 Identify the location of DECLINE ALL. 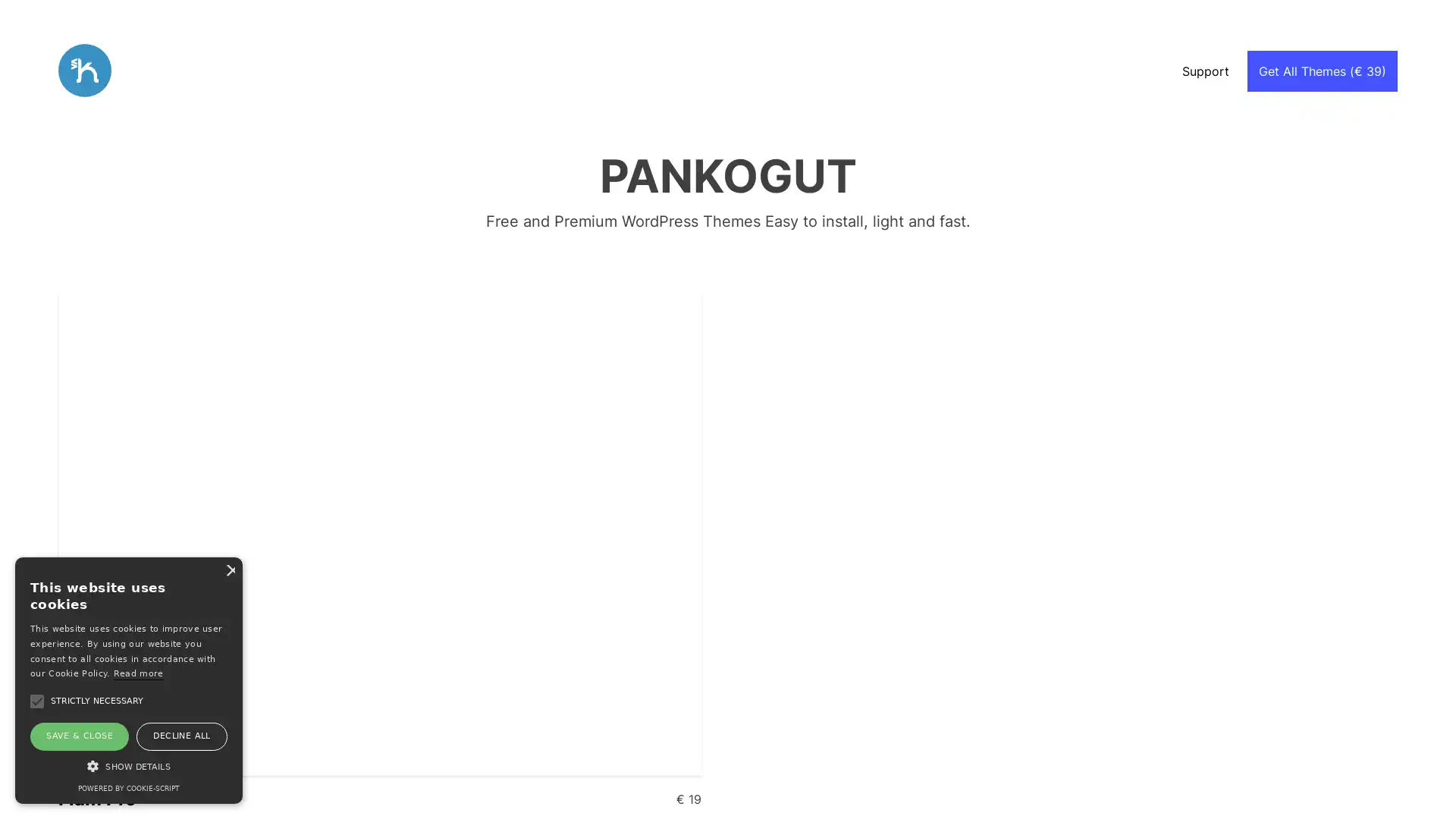
(182, 736).